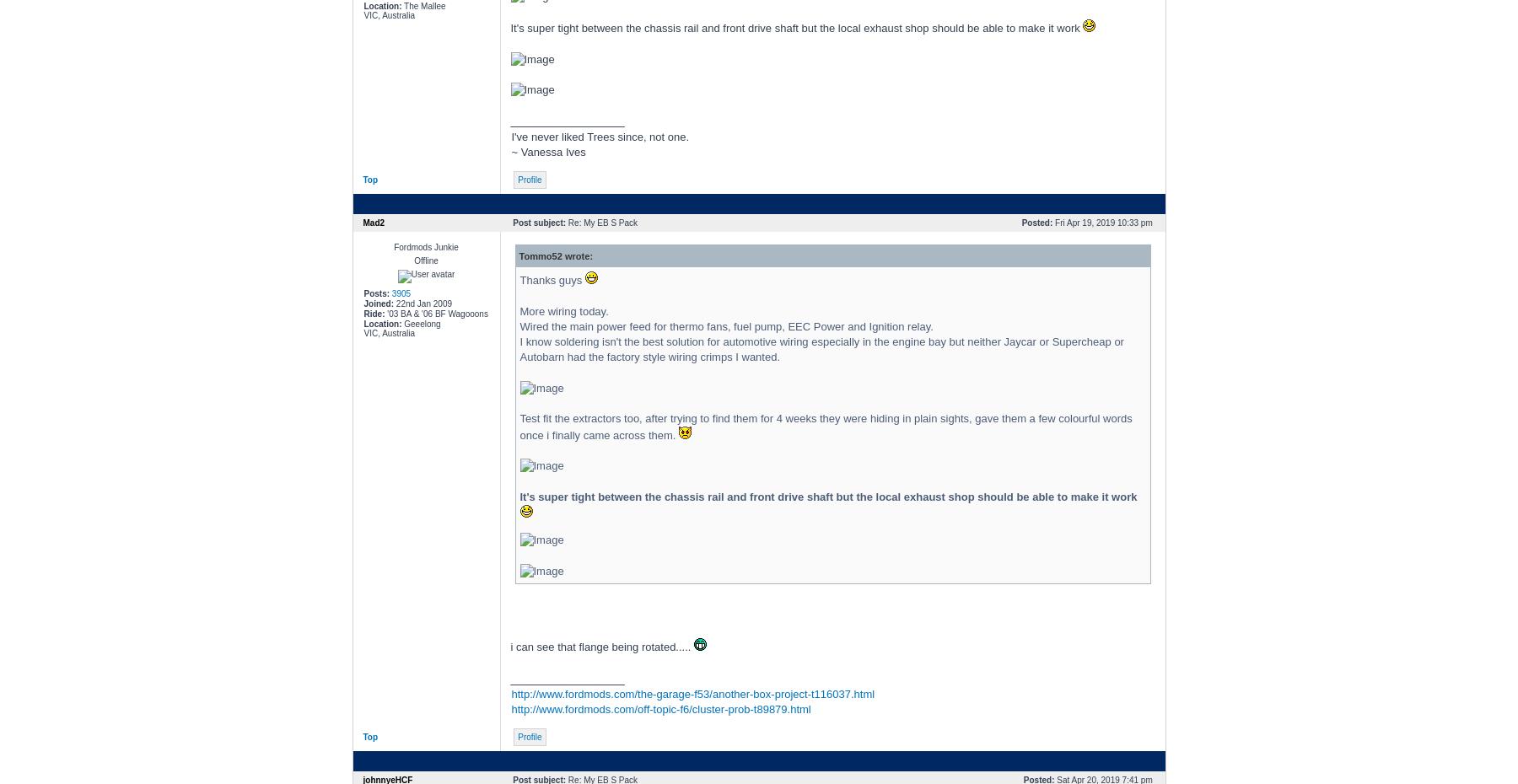 This screenshot has width=1518, height=784. What do you see at coordinates (400, 4) in the screenshot?
I see `'The Mallee'` at bounding box center [400, 4].